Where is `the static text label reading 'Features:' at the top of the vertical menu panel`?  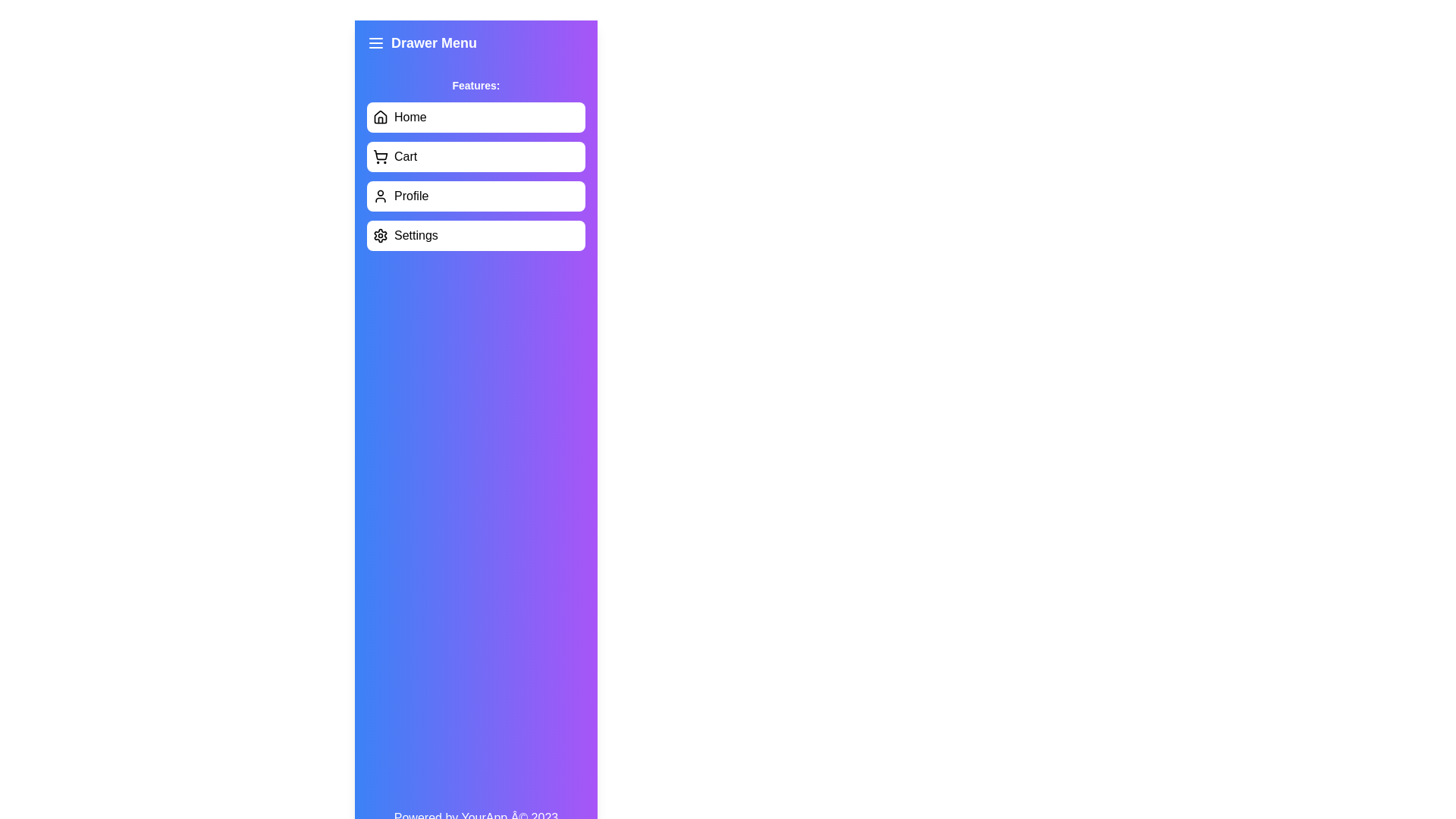
the static text label reading 'Features:' at the top of the vertical menu panel is located at coordinates (475, 85).